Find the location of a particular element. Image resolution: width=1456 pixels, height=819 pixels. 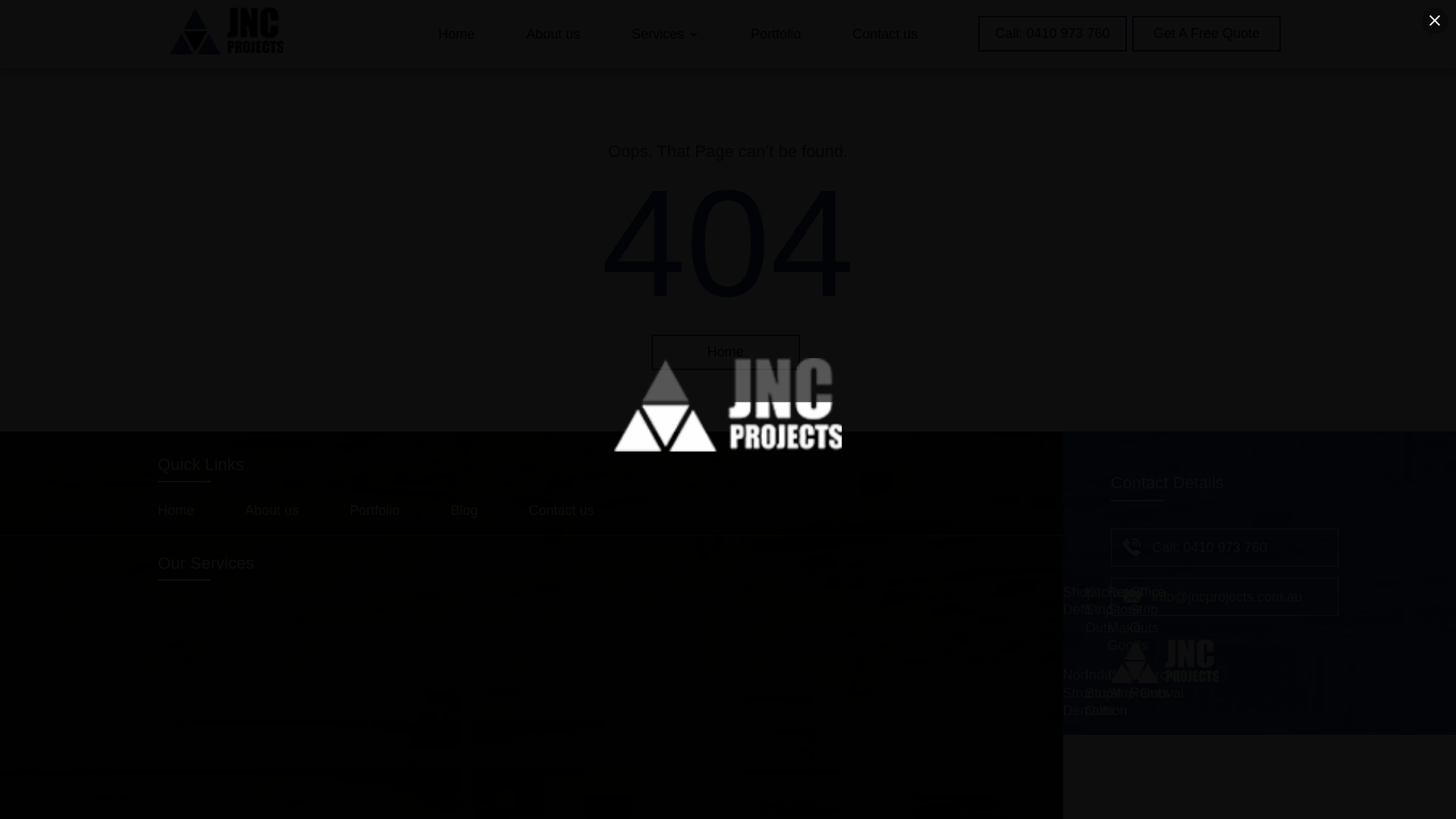

'Shop Defit' is located at coordinates (1078, 623).